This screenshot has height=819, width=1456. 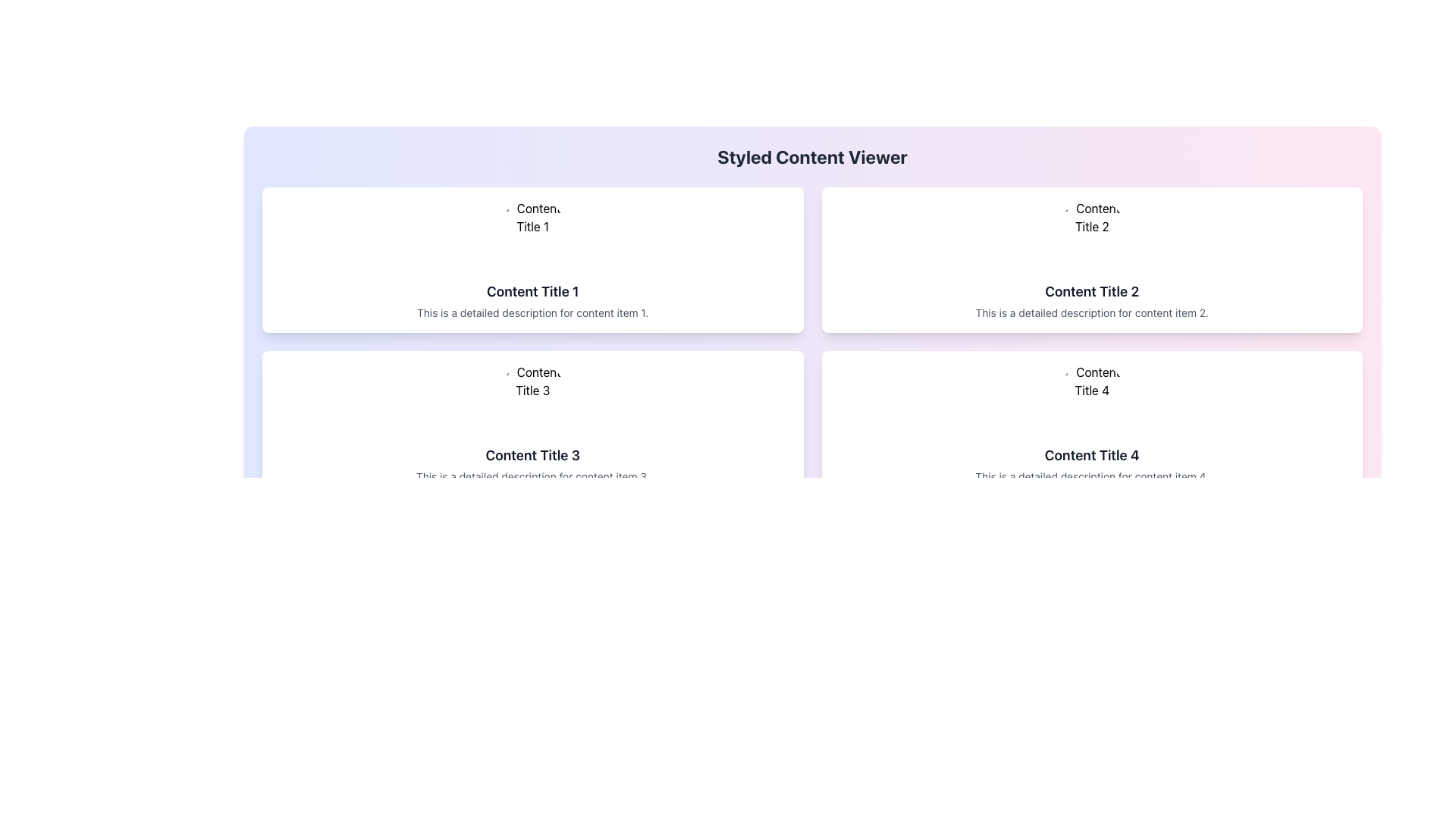 What do you see at coordinates (1092, 424) in the screenshot?
I see `the Content card with the title 'Content Title 4', which is a rectangular card with rounded corners and a shadow effect, located in the second row and second column of the grid layout` at bounding box center [1092, 424].